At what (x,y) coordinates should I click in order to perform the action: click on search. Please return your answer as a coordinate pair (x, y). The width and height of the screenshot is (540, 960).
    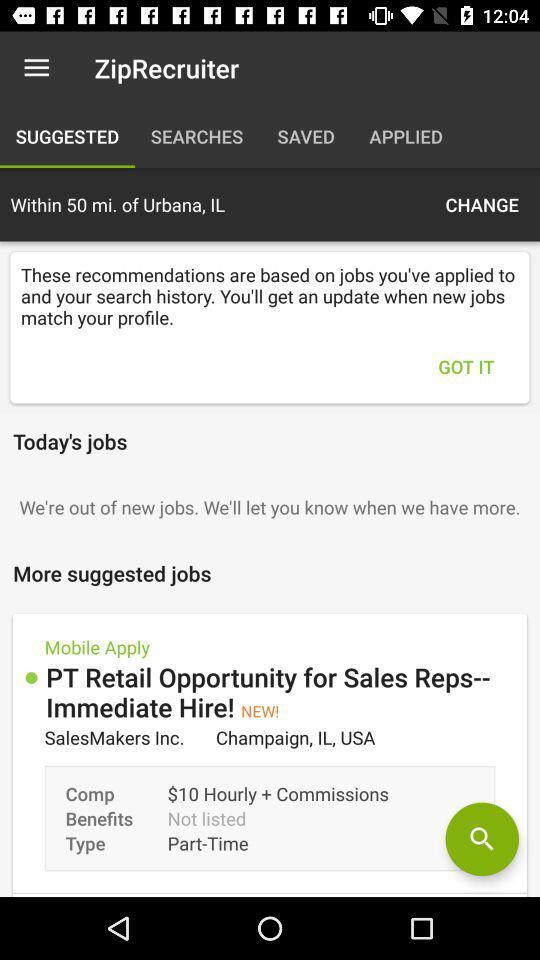
    Looking at the image, I should click on (481, 839).